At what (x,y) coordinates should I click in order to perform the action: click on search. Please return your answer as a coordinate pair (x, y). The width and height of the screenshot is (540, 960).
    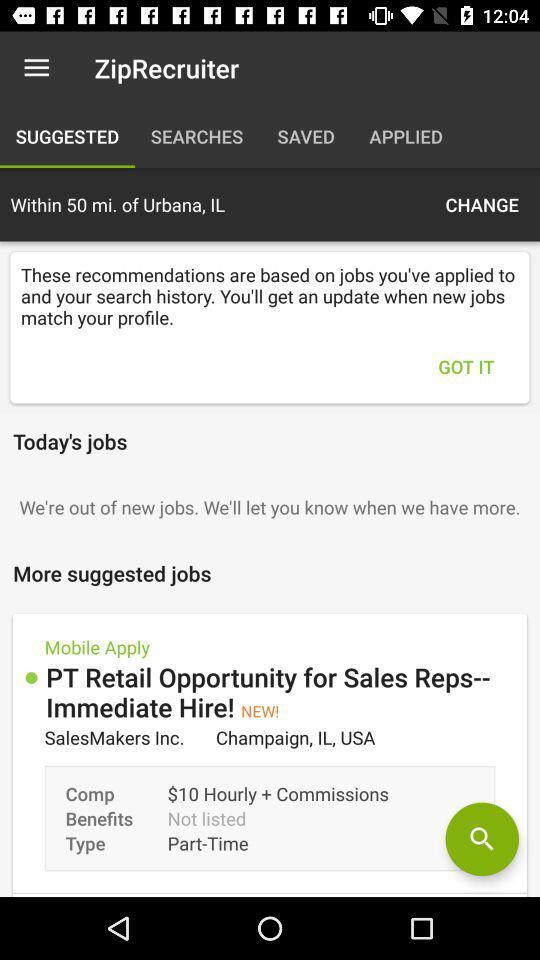
    Looking at the image, I should click on (481, 839).